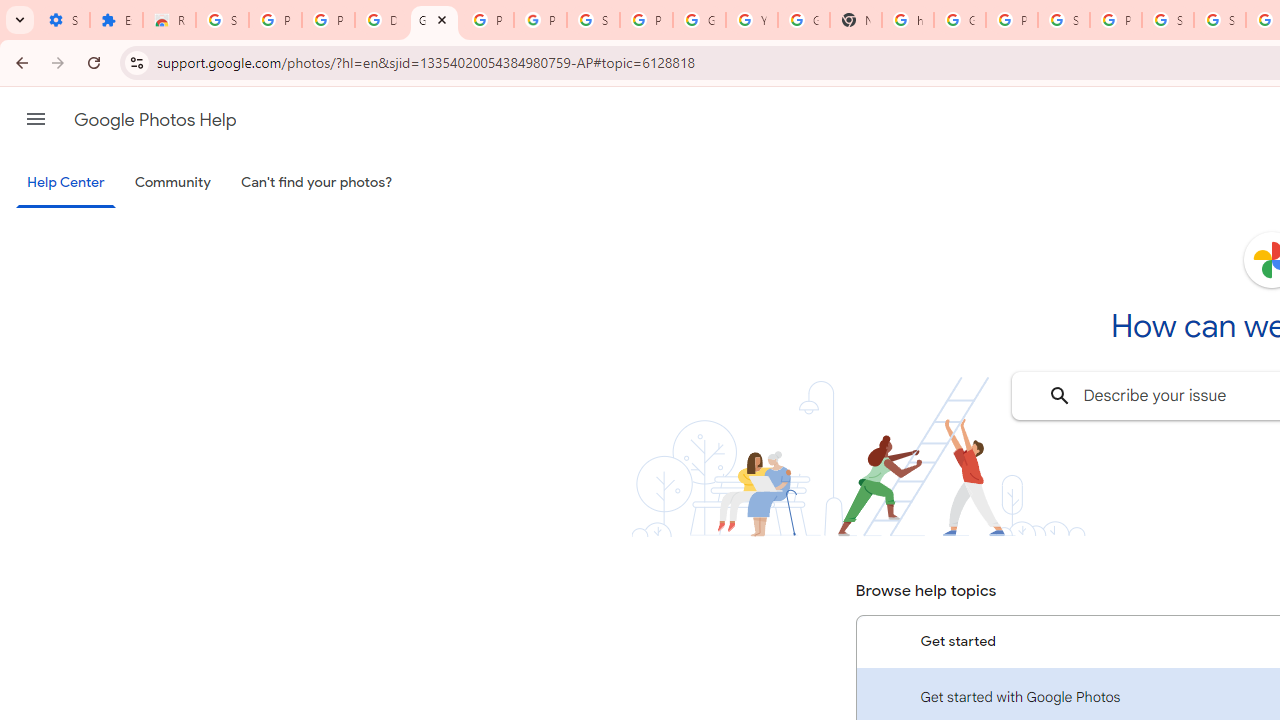  I want to click on 'Google Account', so click(699, 20).